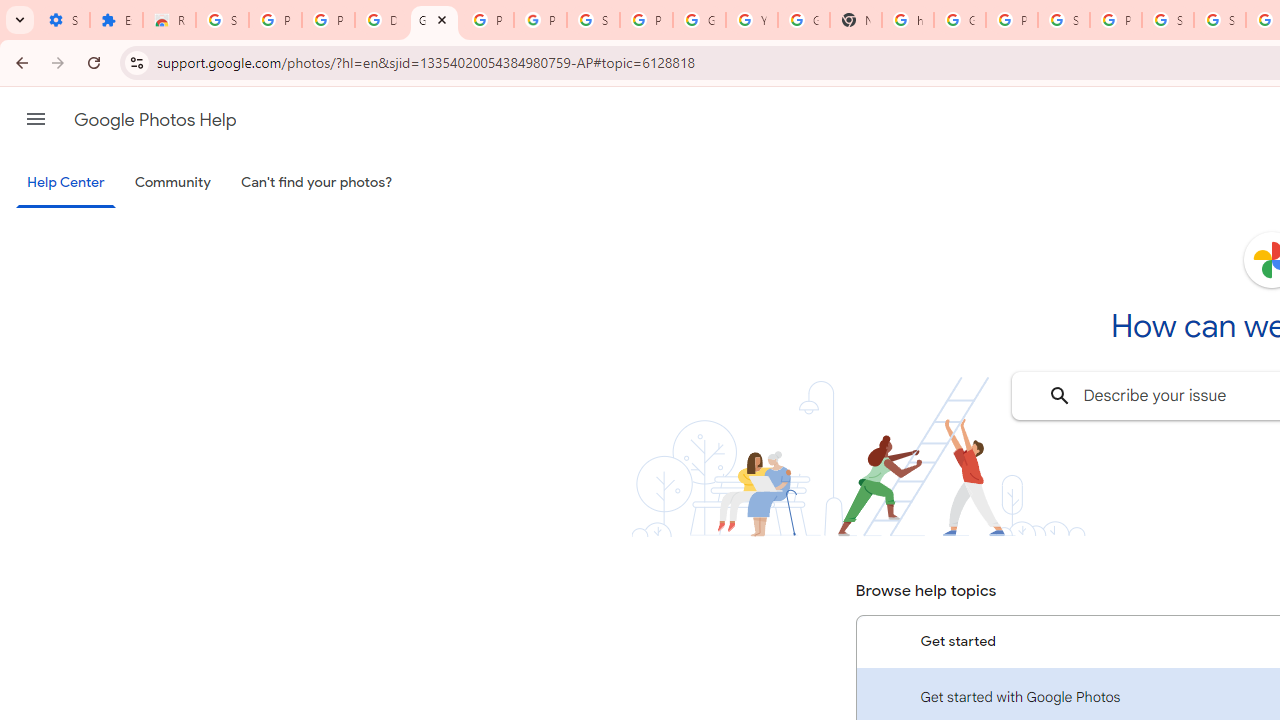  I want to click on 'Google Account', so click(699, 20).